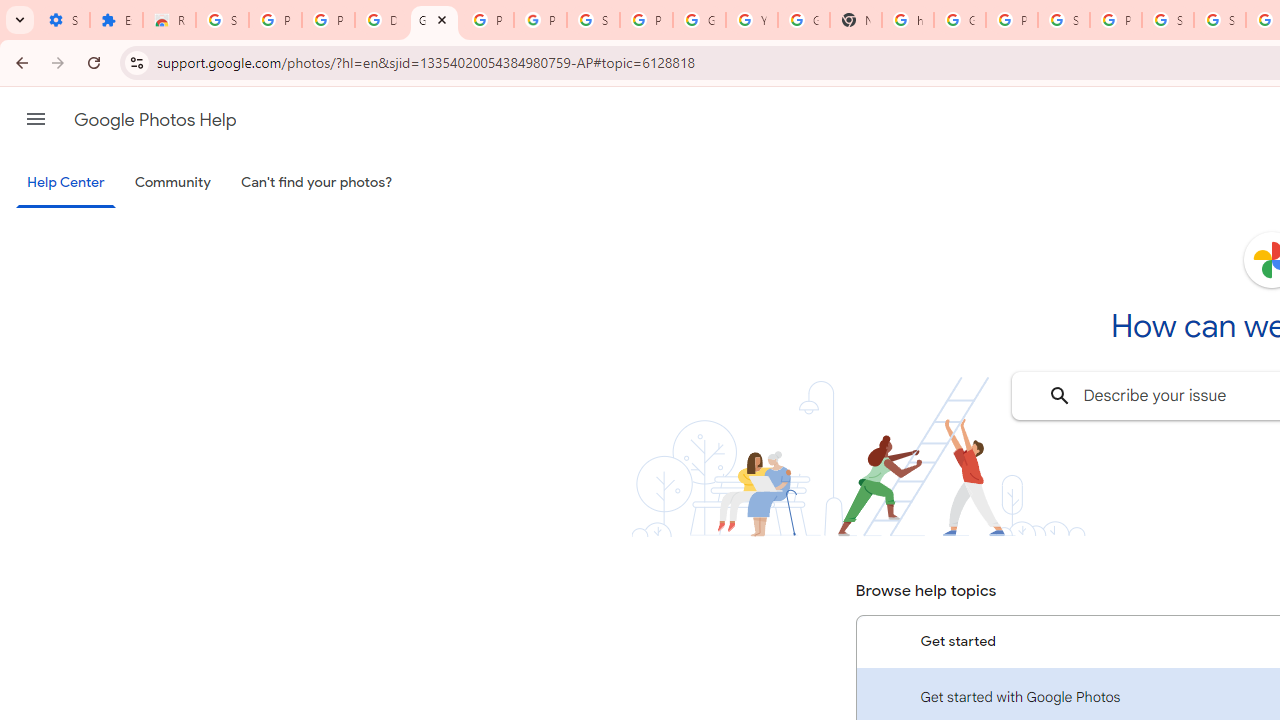  I want to click on 'Google Account', so click(699, 20).